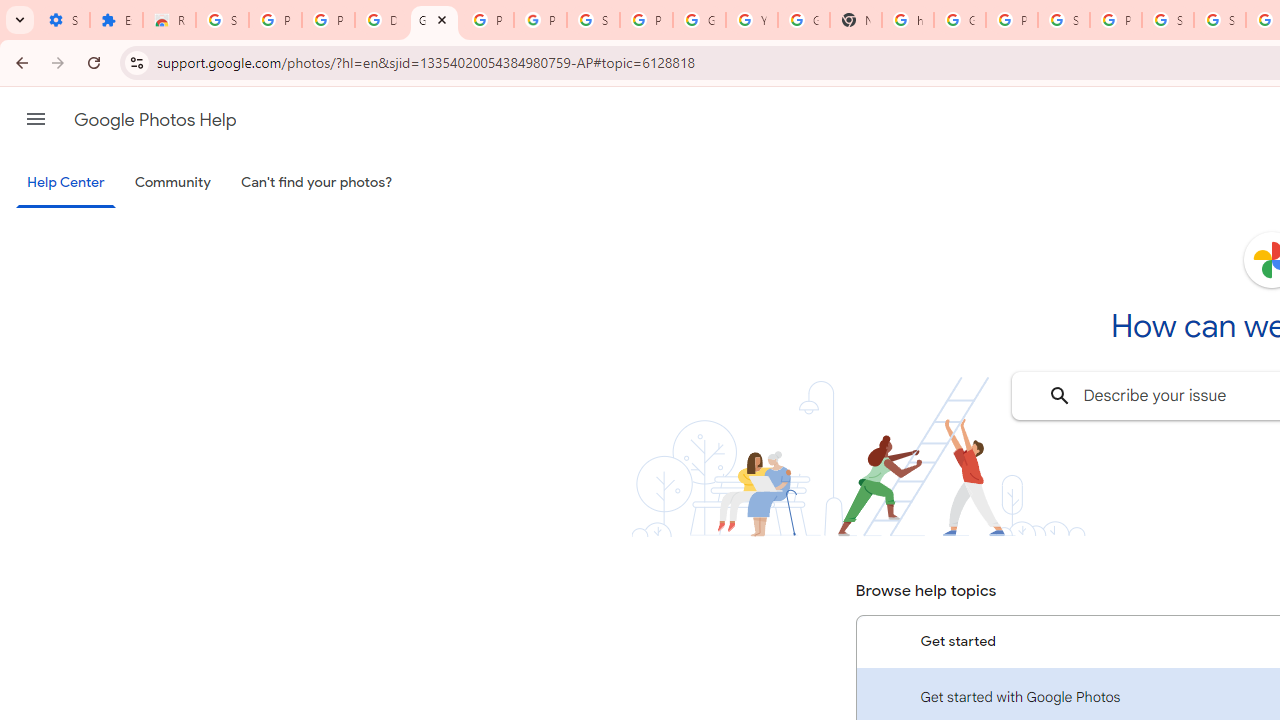  I want to click on 'Google Account', so click(699, 20).